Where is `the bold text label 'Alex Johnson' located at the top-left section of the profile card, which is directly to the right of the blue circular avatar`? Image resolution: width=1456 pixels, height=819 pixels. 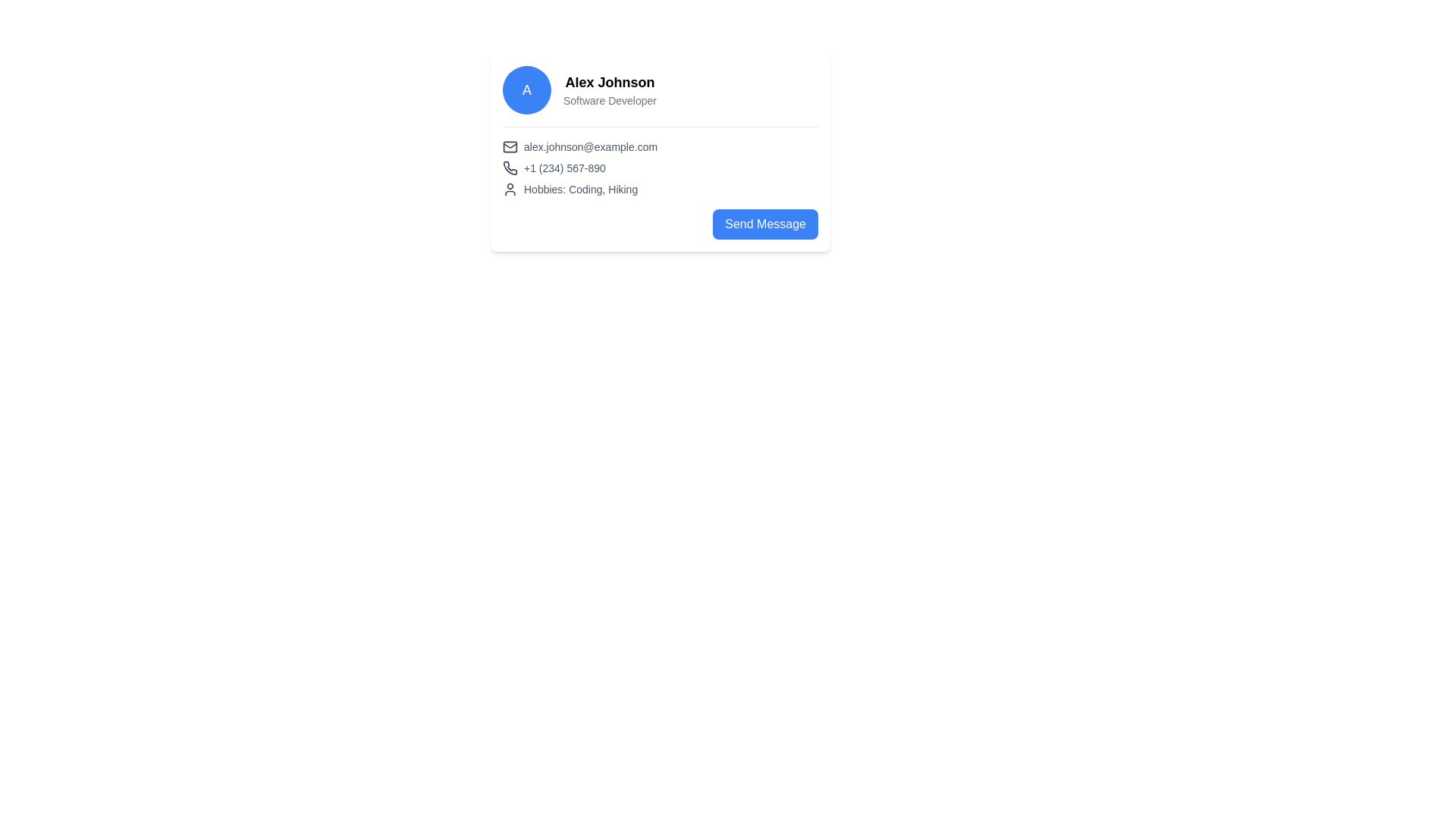
the bold text label 'Alex Johnson' located at the top-left section of the profile card, which is directly to the right of the blue circular avatar is located at coordinates (610, 82).